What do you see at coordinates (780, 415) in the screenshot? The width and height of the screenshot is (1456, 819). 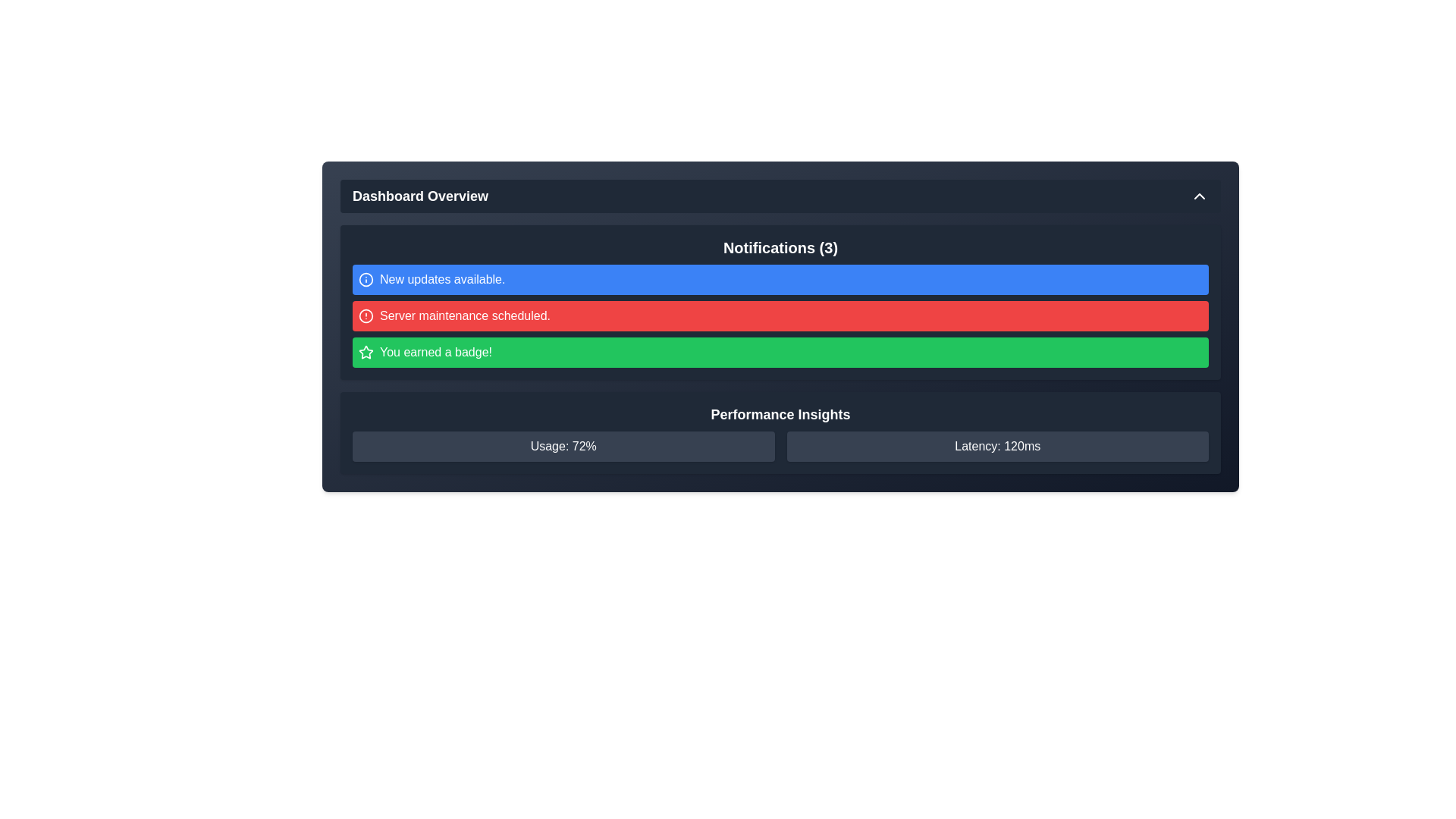 I see `the text label displaying 'Performance Insights', which is styled in large, bold font and is prominently positioned above the usage and latency boxes` at bounding box center [780, 415].